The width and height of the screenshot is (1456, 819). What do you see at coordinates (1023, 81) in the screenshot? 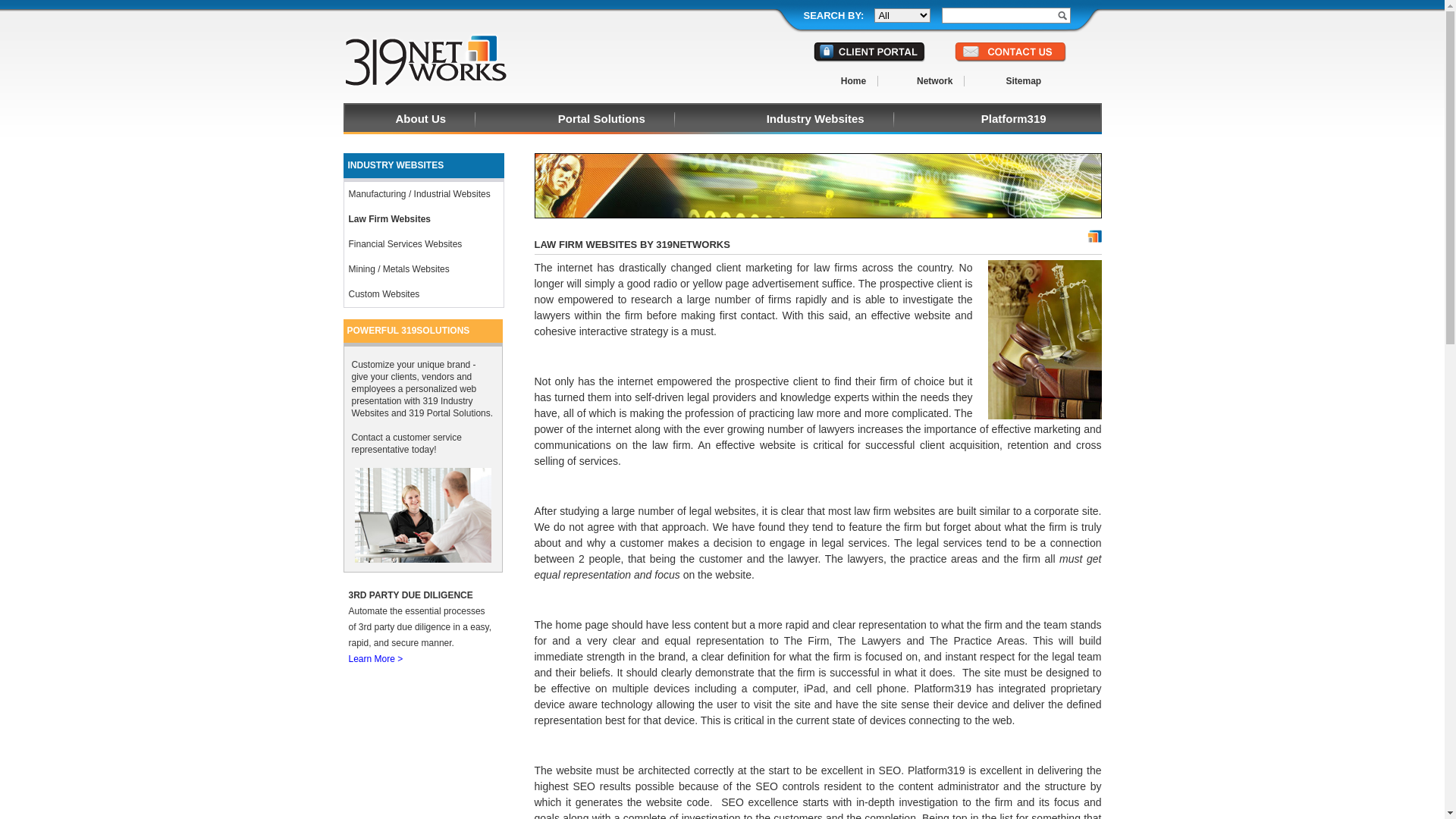
I see `'Sitemap'` at bounding box center [1023, 81].